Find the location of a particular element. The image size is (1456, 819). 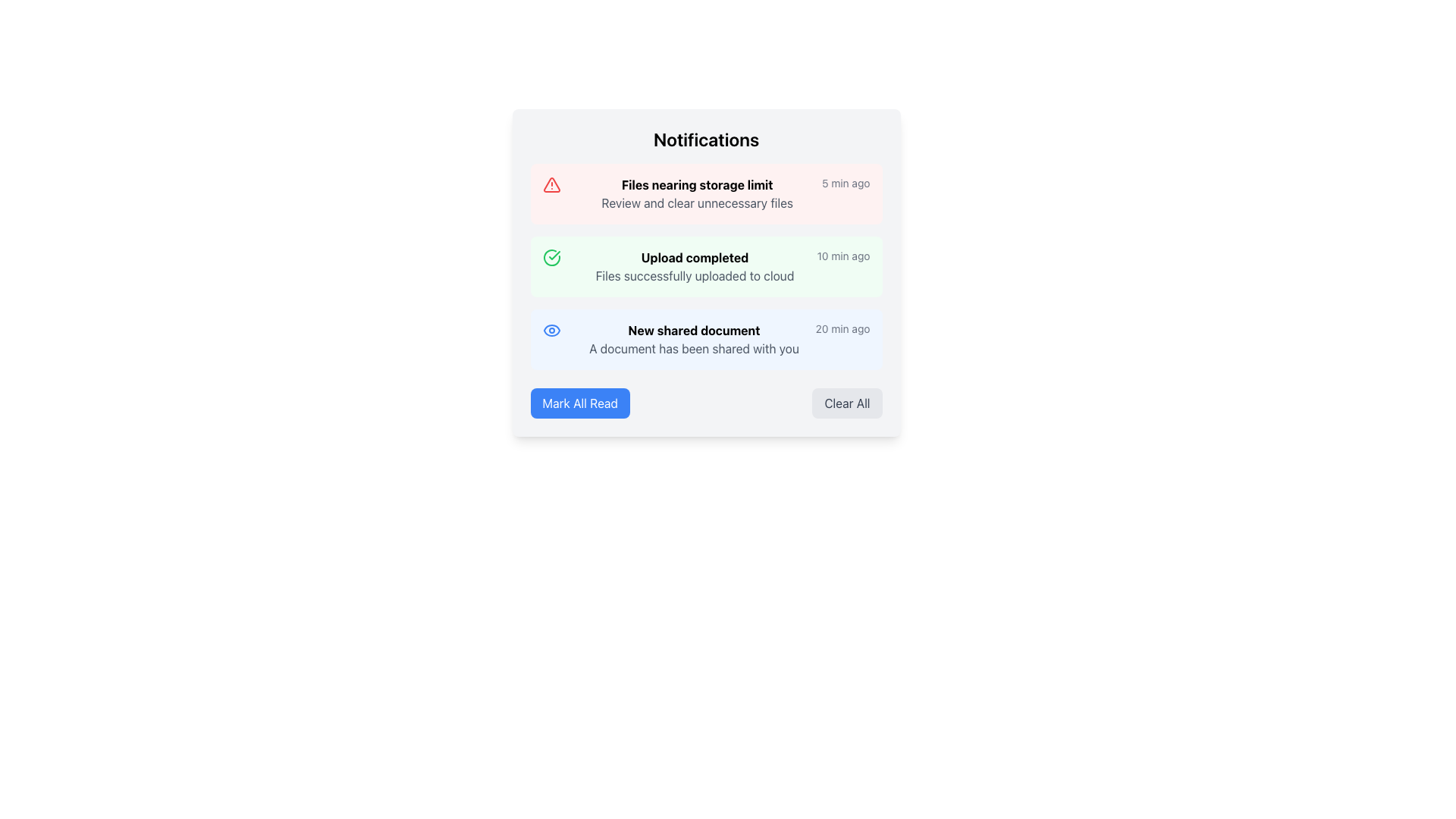

the blue outlined eye icon located in the left section of the 'New shared document' notification box is located at coordinates (551, 329).